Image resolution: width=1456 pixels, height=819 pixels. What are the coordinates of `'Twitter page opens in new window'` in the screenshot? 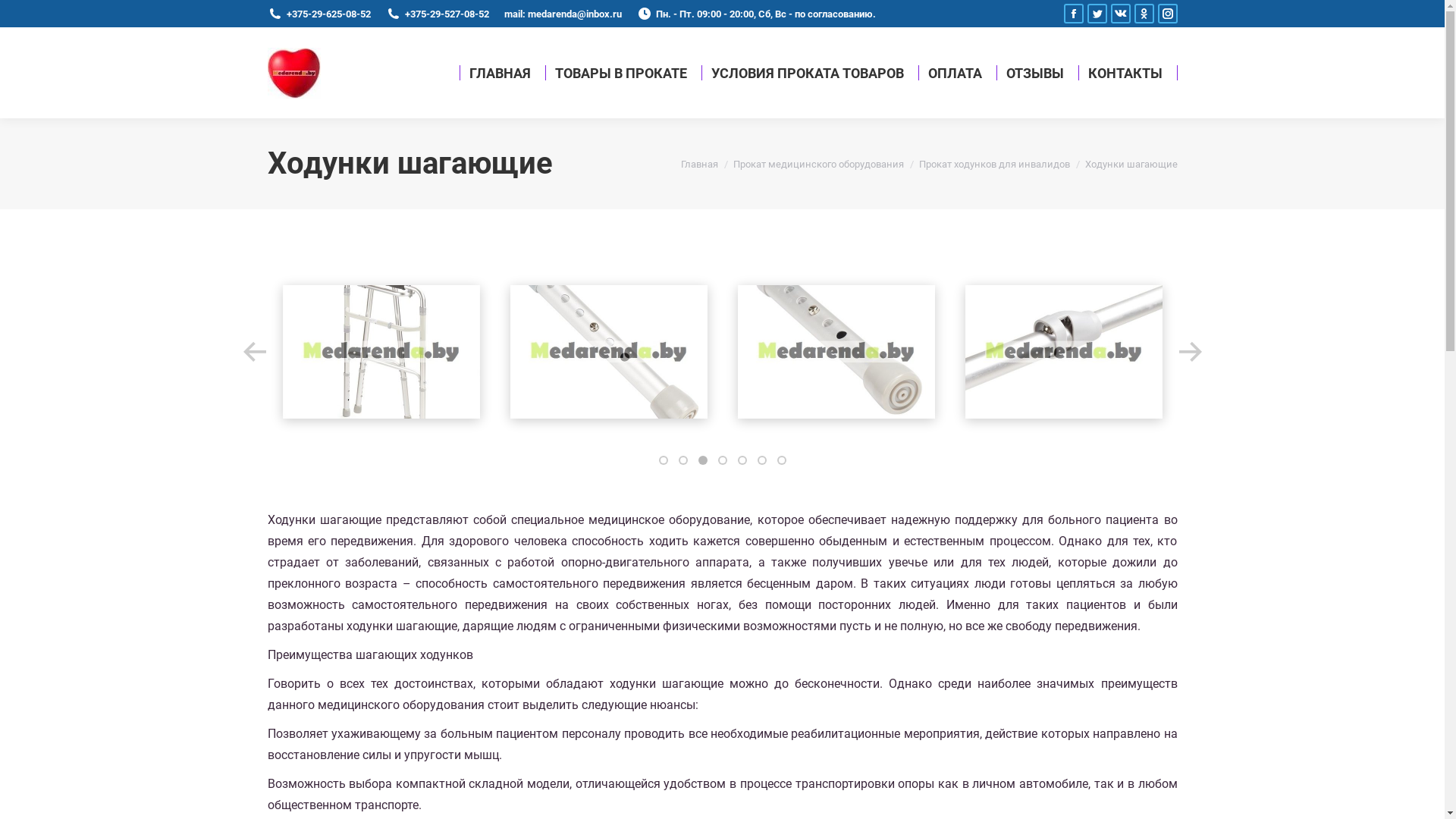 It's located at (1097, 14).